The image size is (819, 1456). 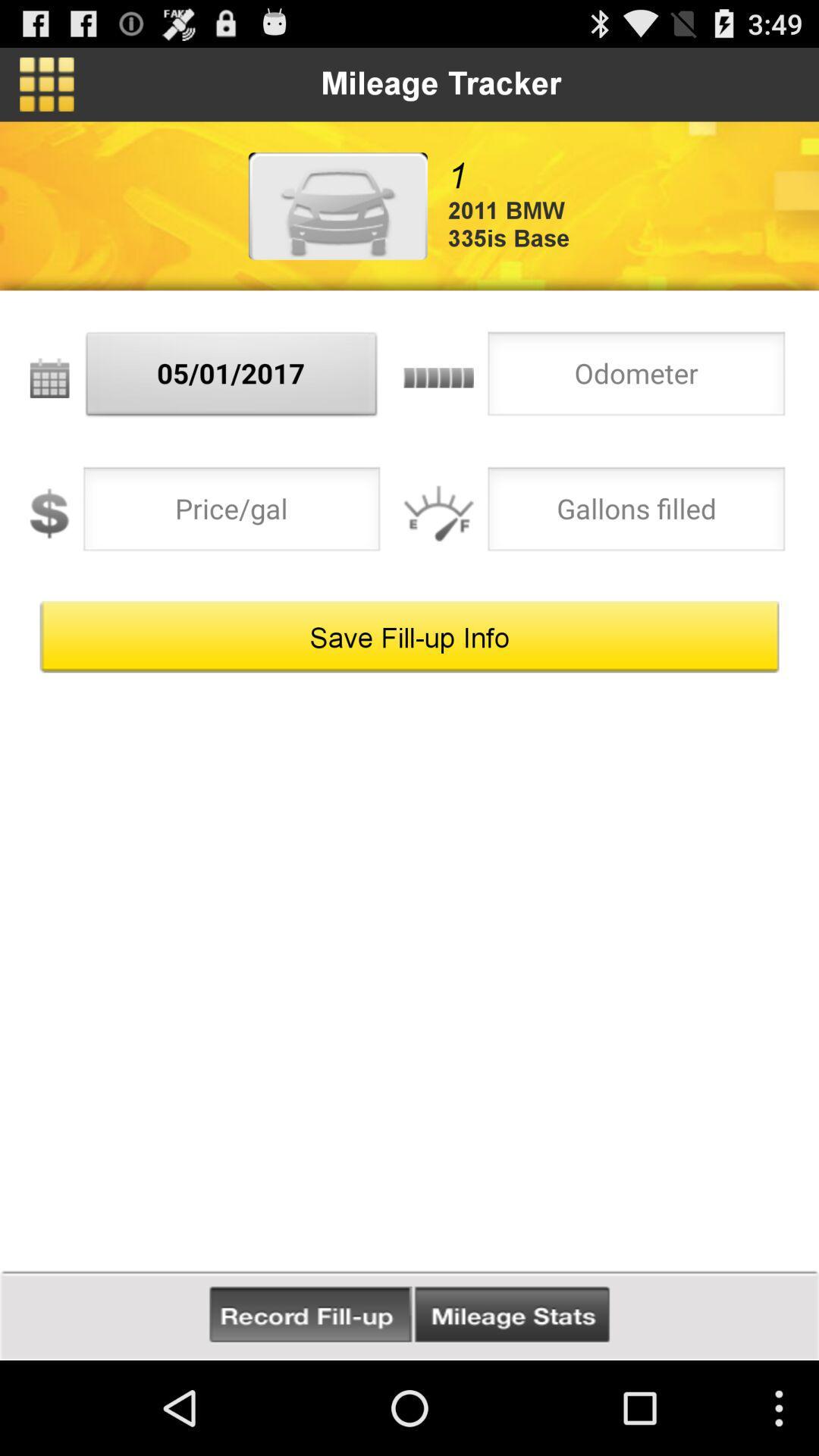 I want to click on main menu, so click(x=45, y=83).